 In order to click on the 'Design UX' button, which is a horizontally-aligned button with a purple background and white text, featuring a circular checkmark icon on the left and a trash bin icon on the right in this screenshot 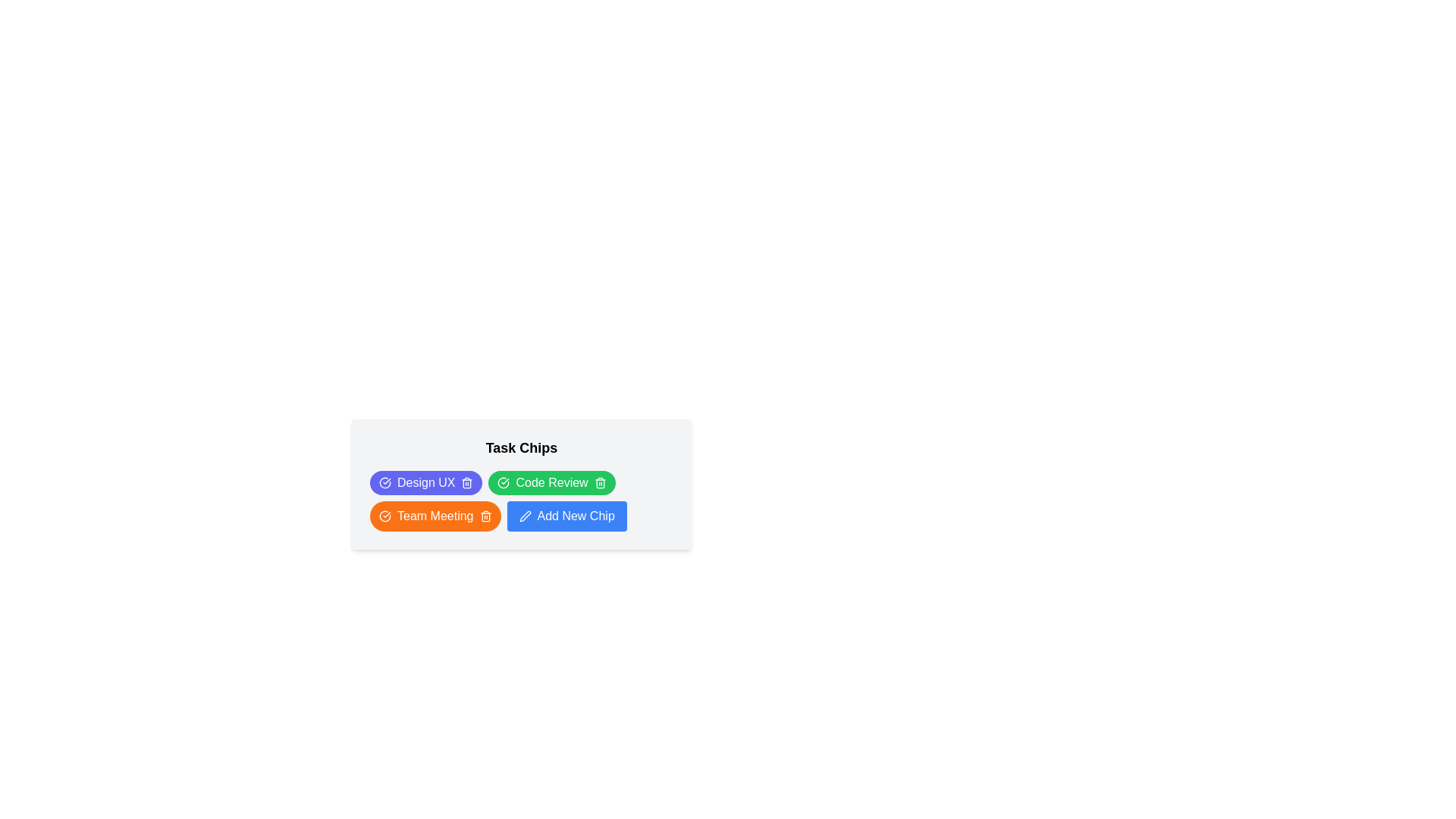, I will do `click(425, 482)`.